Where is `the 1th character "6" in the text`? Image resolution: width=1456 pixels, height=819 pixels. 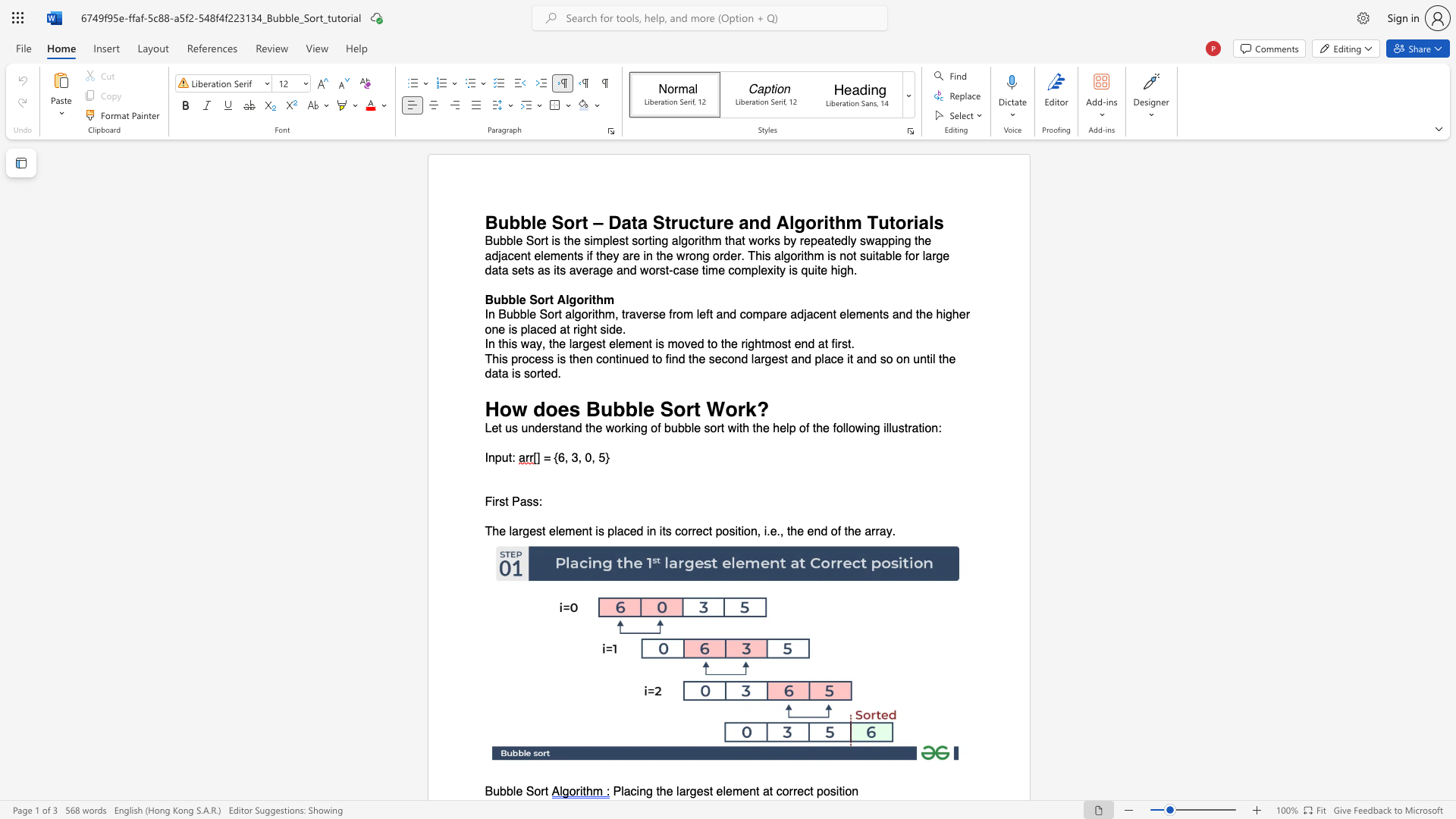
the 1th character "6" in the text is located at coordinates (560, 457).